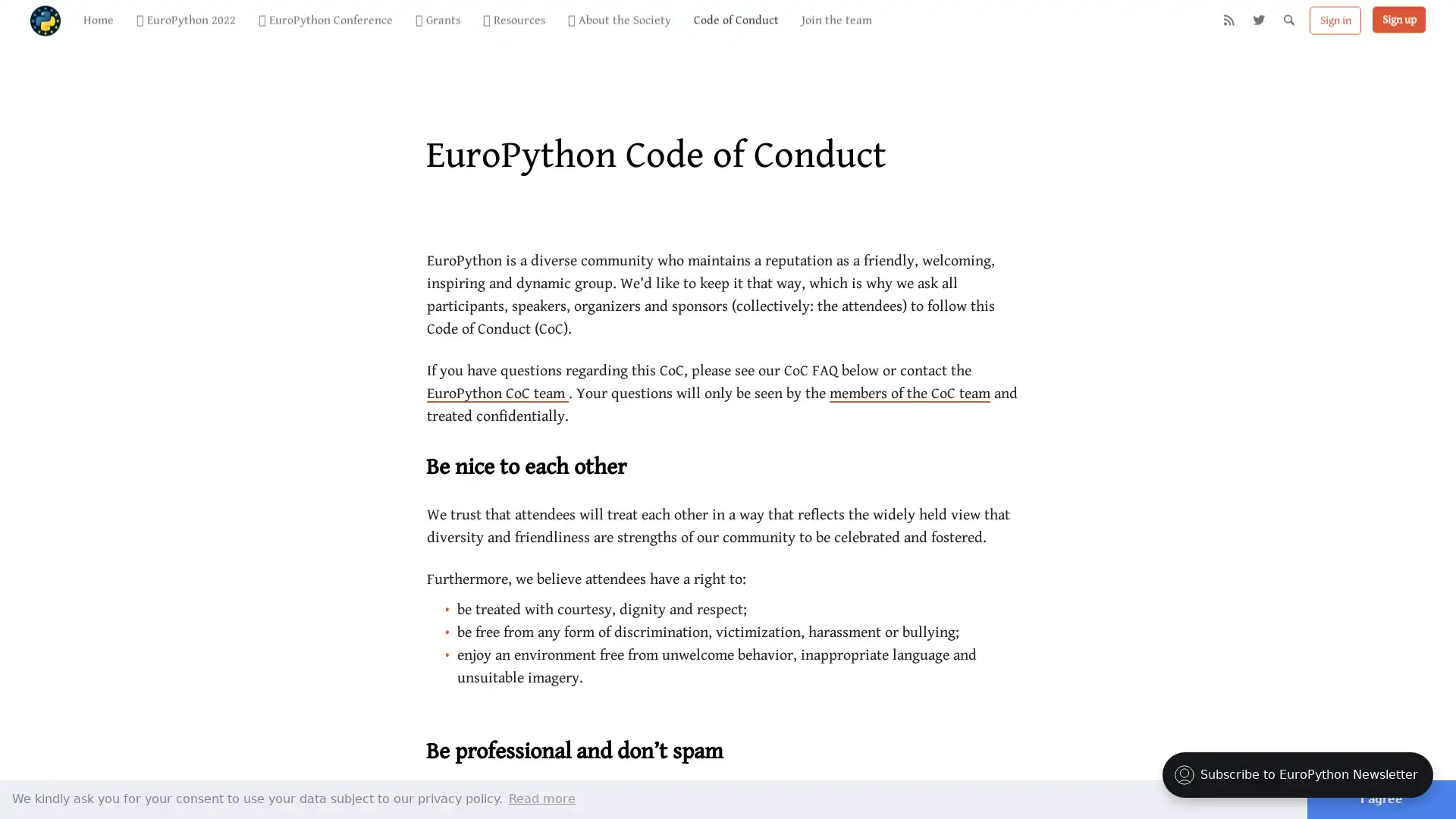 This screenshot has height=819, width=1456. I want to click on Sign up, so click(1398, 29).